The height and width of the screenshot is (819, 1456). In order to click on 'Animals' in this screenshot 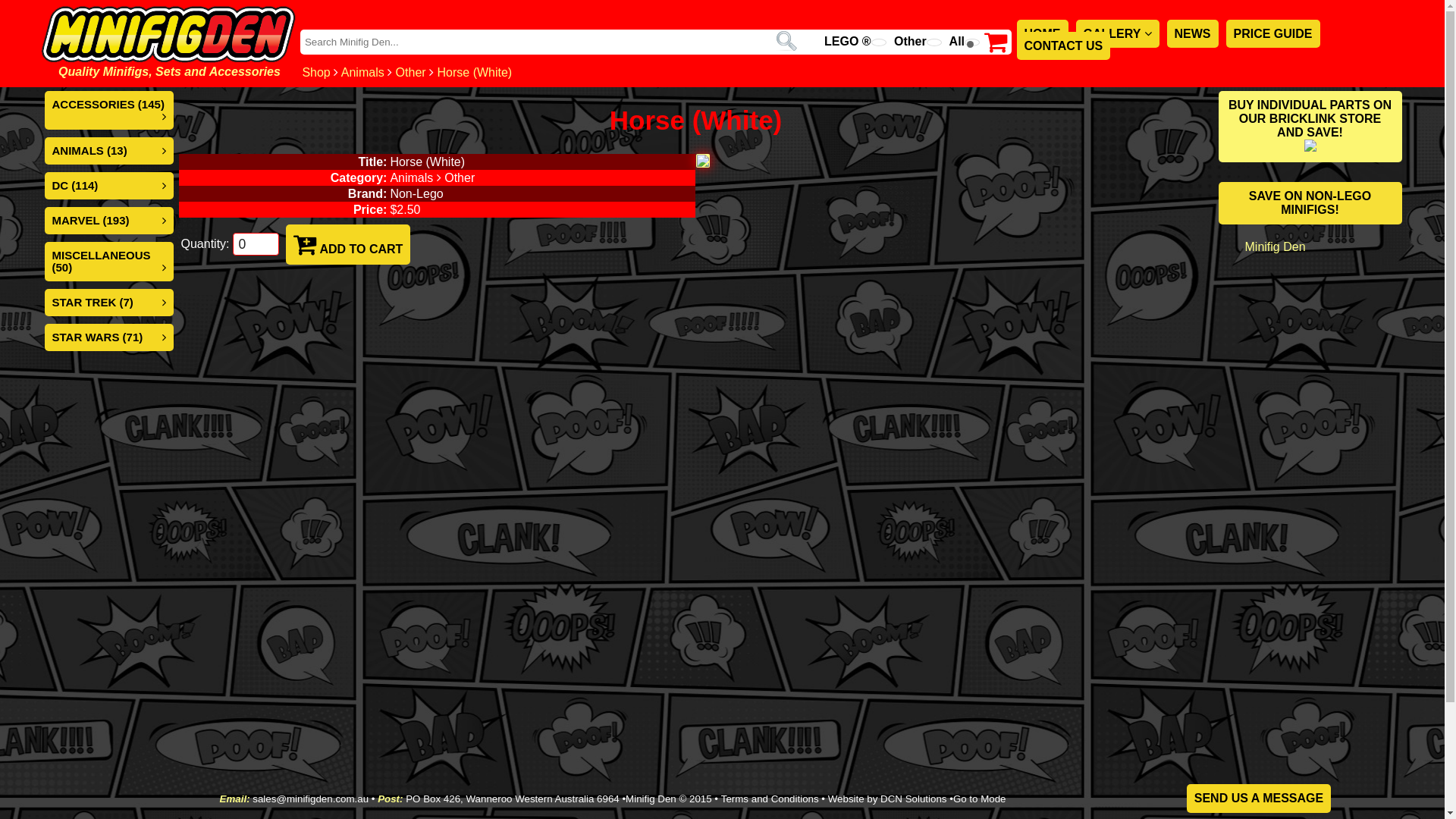, I will do `click(362, 72)`.